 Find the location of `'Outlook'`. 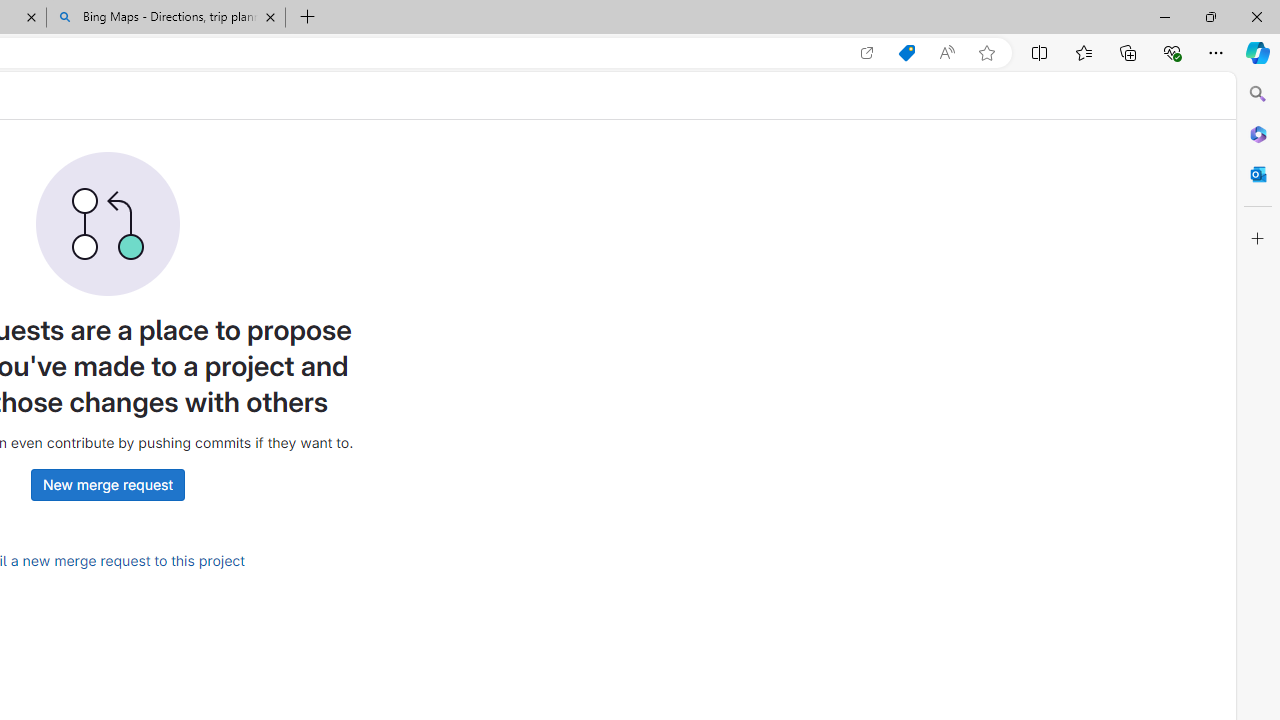

'Outlook' is located at coordinates (1257, 173).